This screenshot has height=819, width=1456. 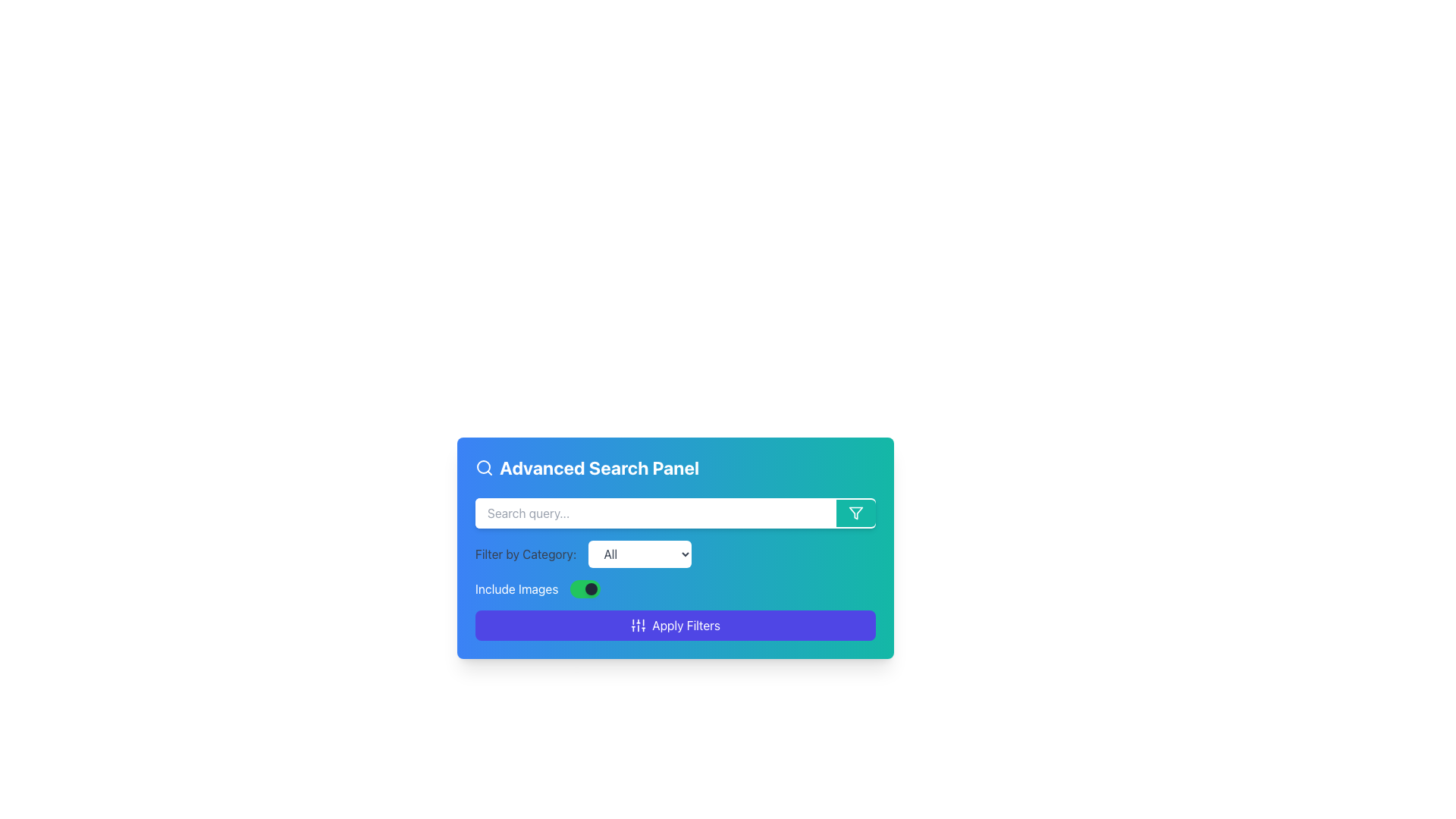 I want to click on the downward arrow of the 'Filter by Category' dropdown menu located within the 'Advanced Search Panel', so click(x=675, y=548).